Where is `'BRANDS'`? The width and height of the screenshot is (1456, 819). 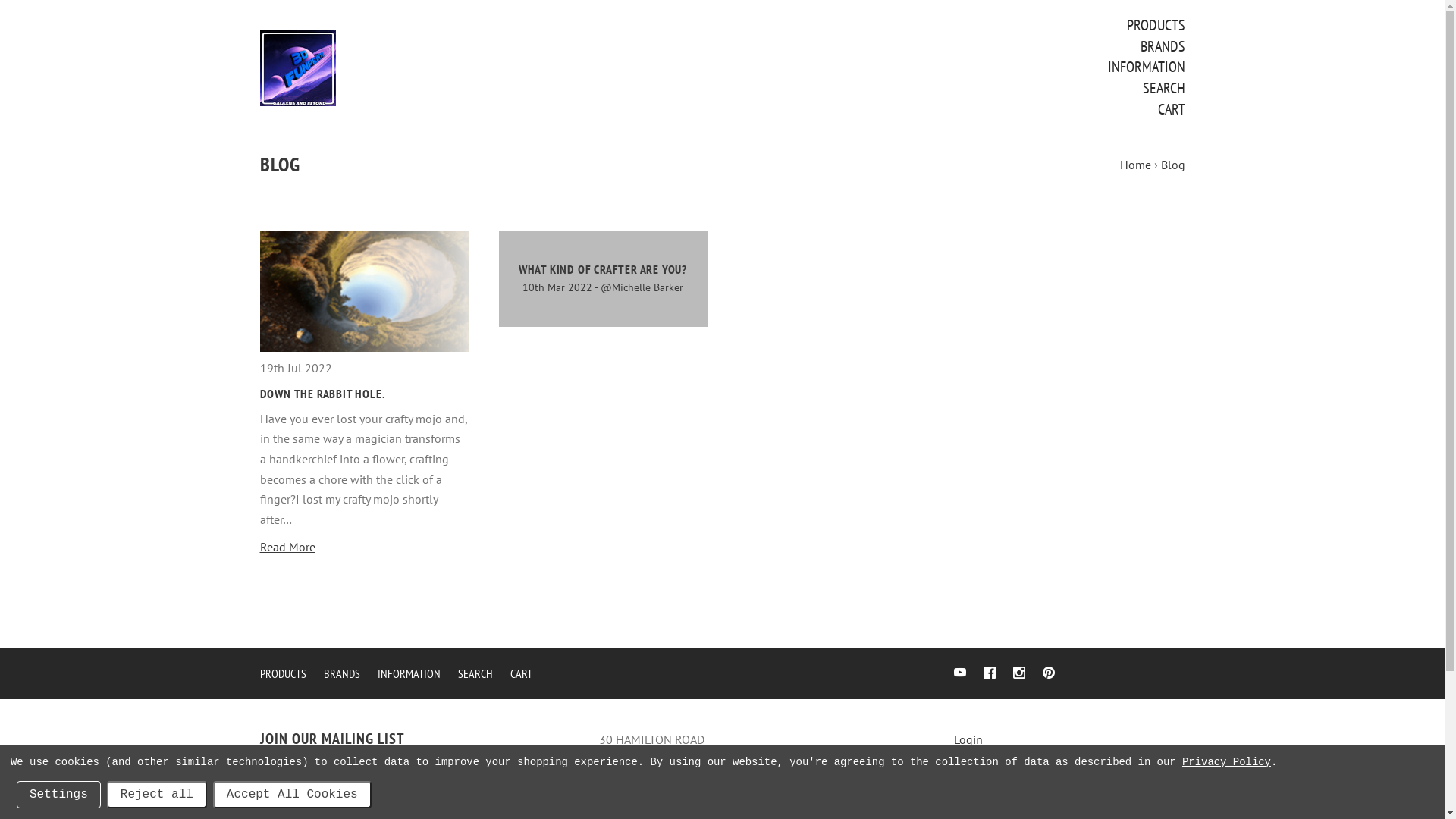 'BRANDS' is located at coordinates (1162, 45).